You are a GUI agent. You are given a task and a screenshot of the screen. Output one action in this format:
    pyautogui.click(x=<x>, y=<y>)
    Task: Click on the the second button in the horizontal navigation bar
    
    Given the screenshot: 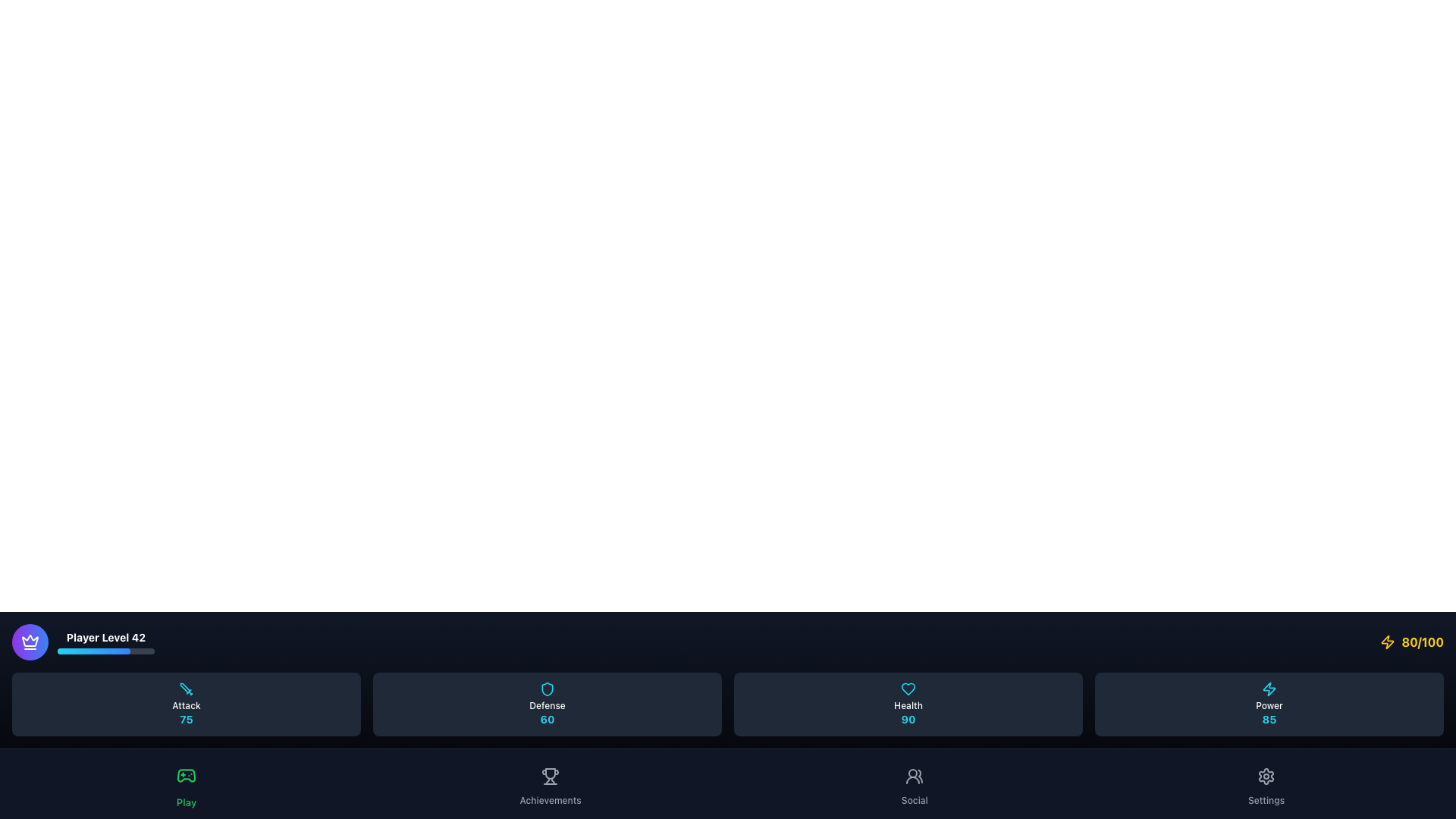 What is the action you would take?
    pyautogui.click(x=550, y=783)
    